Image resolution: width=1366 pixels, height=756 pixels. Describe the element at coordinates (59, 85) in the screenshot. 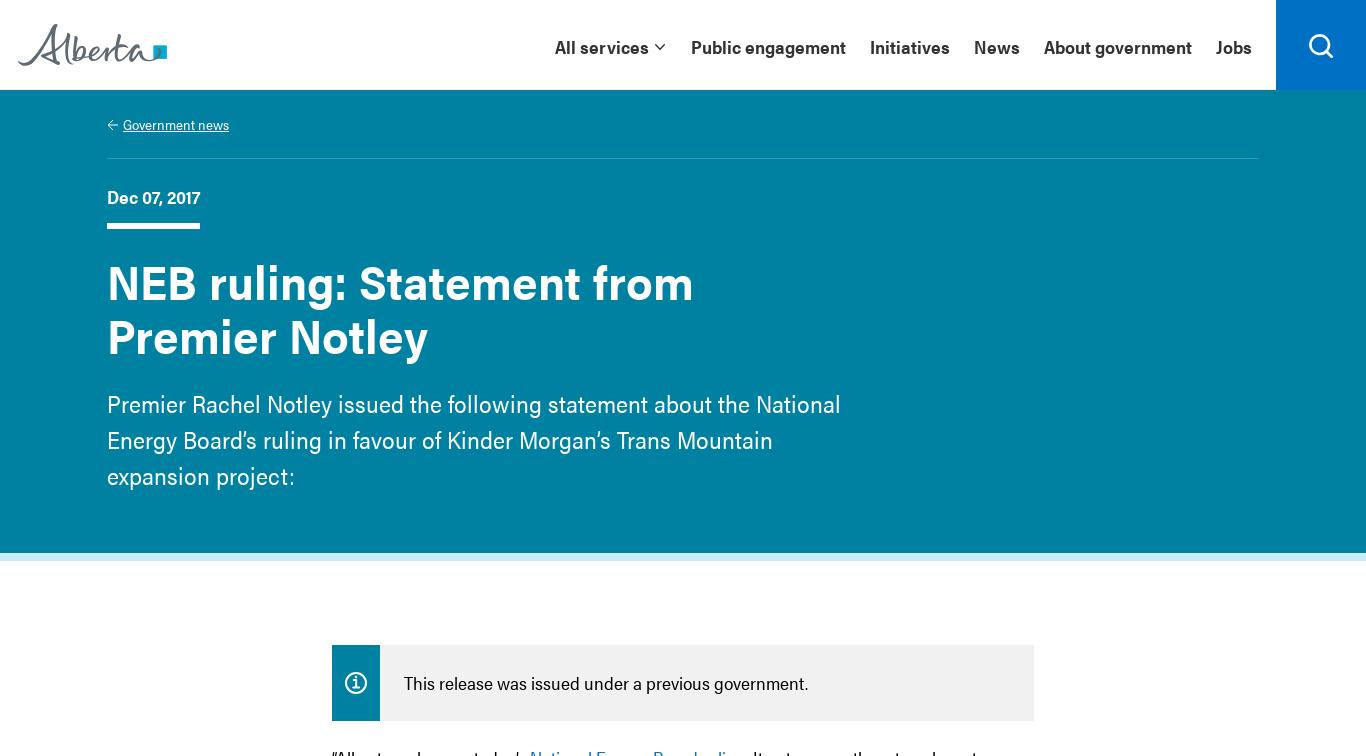

I see `'Alberta.ca'` at that location.